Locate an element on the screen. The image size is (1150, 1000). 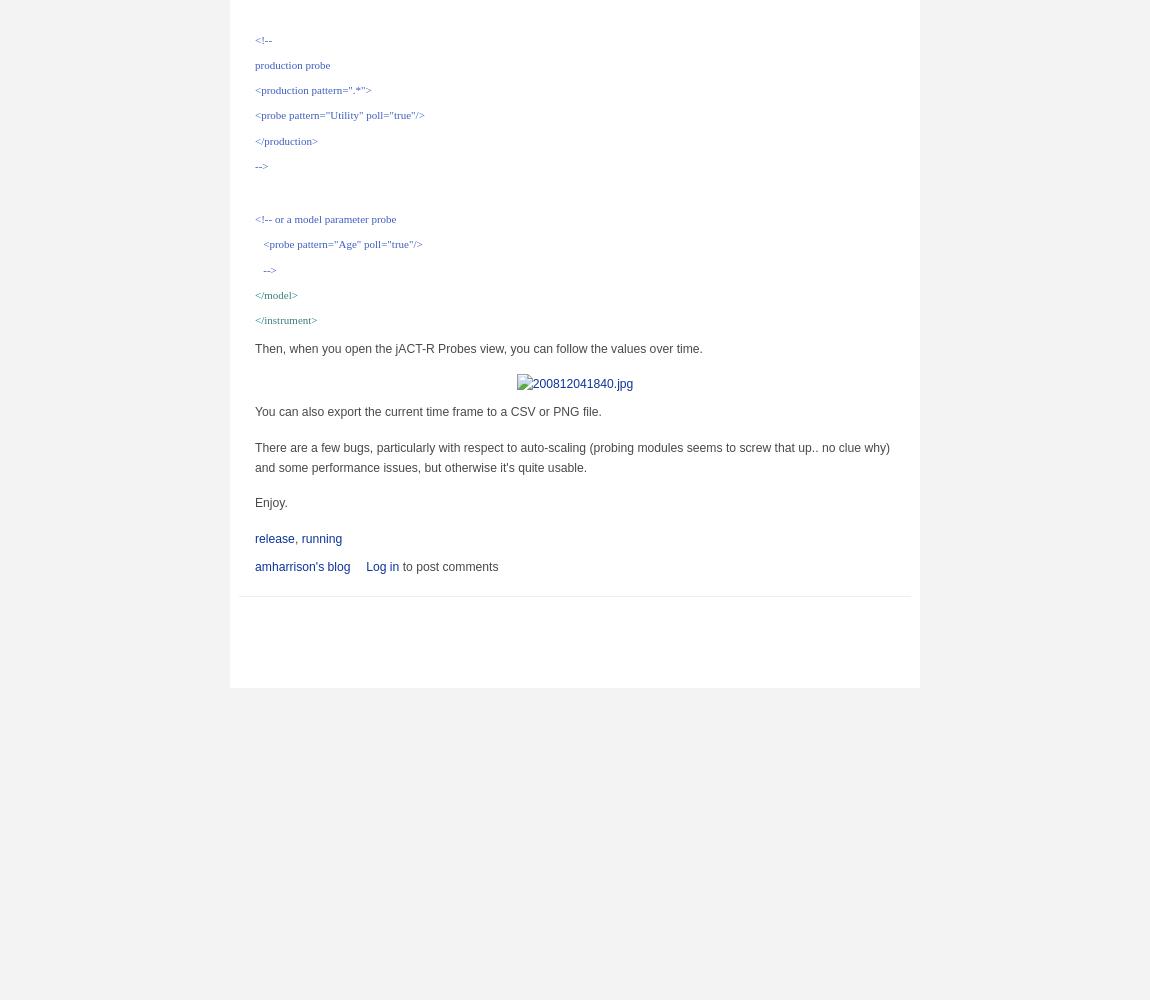
'release' is located at coordinates (273, 538).